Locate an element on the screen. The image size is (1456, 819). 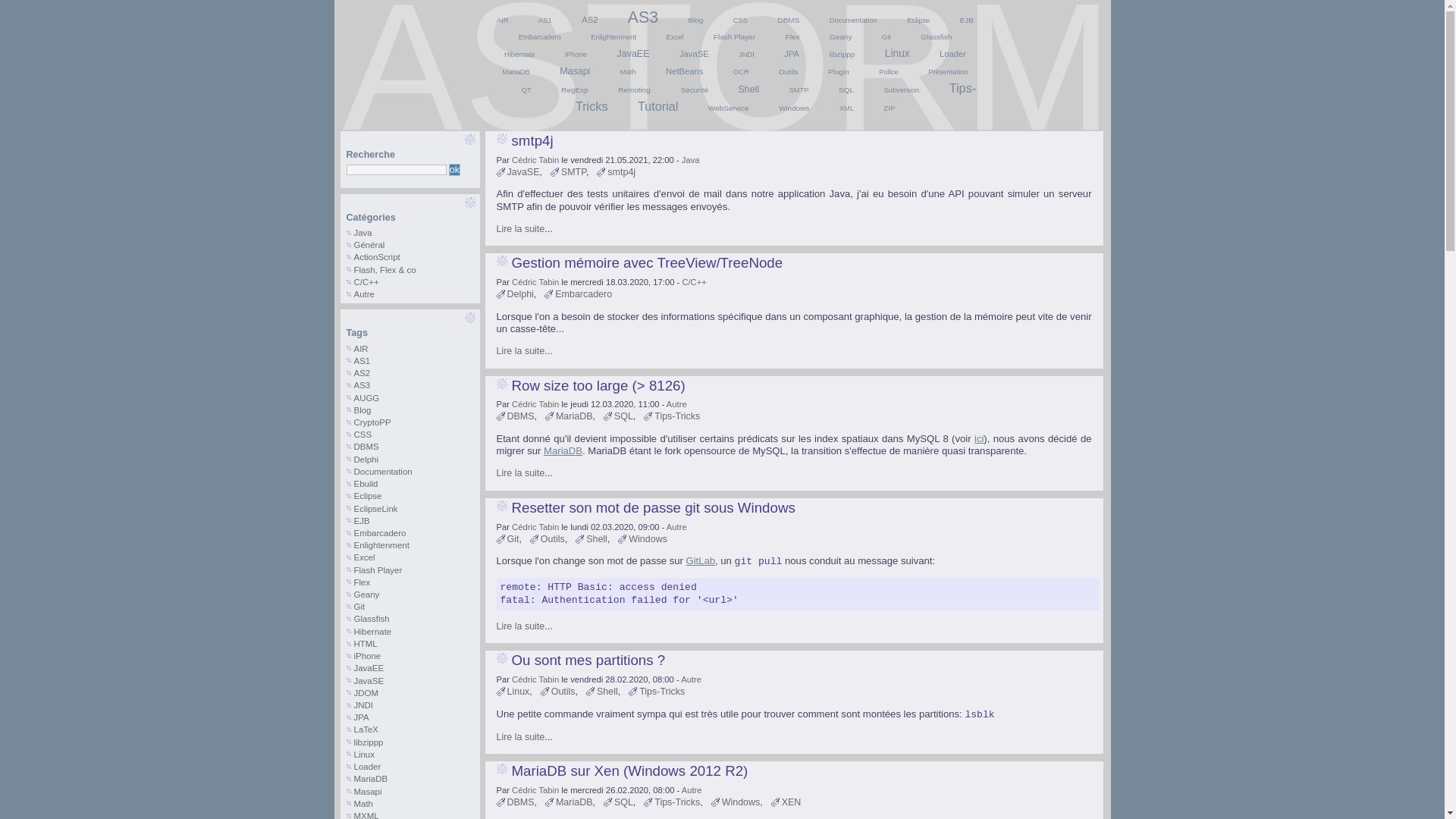
'AUGG' is located at coordinates (352, 397).